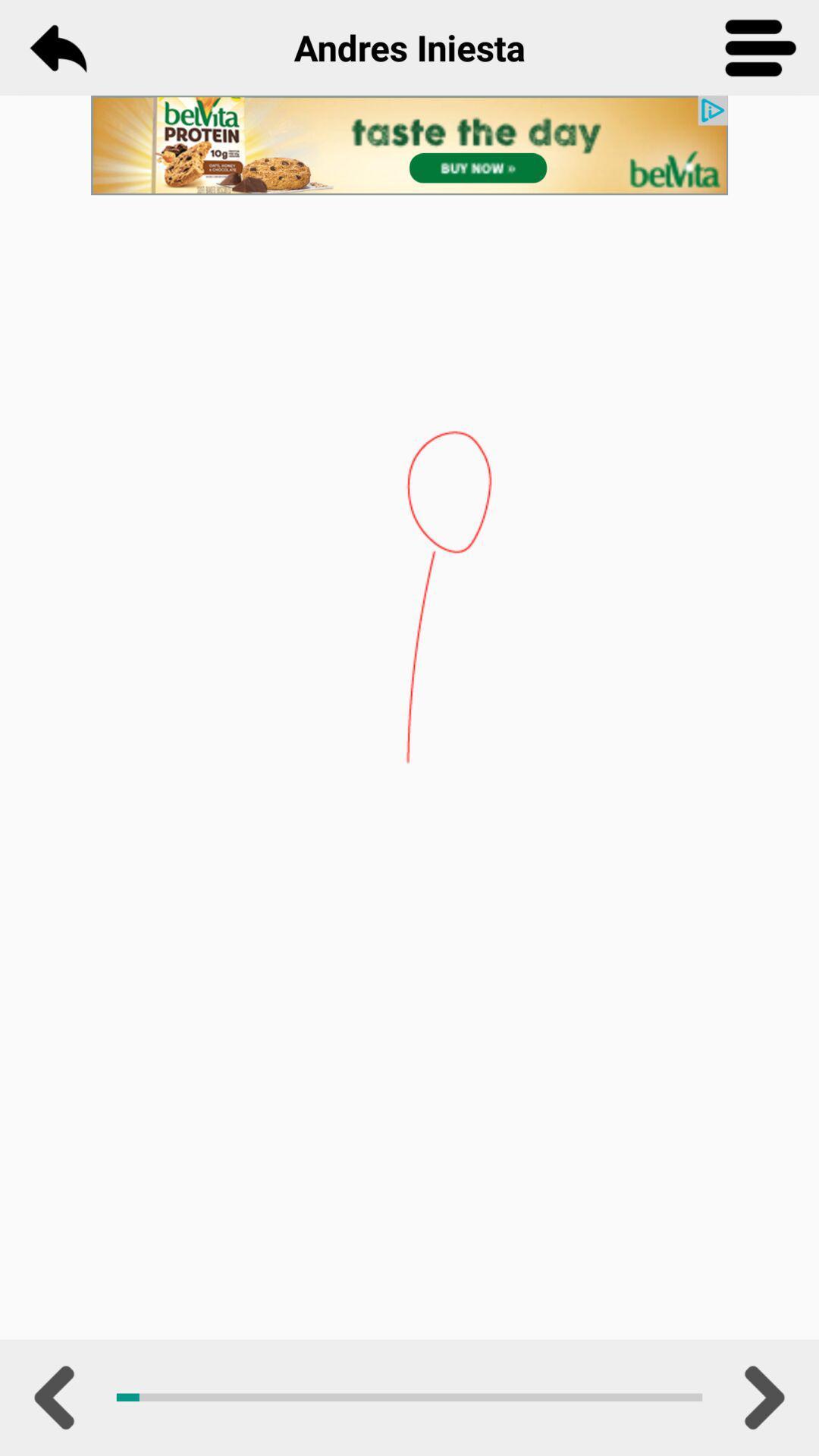 This screenshot has height=1456, width=819. Describe the element at coordinates (761, 47) in the screenshot. I see `see more options` at that location.